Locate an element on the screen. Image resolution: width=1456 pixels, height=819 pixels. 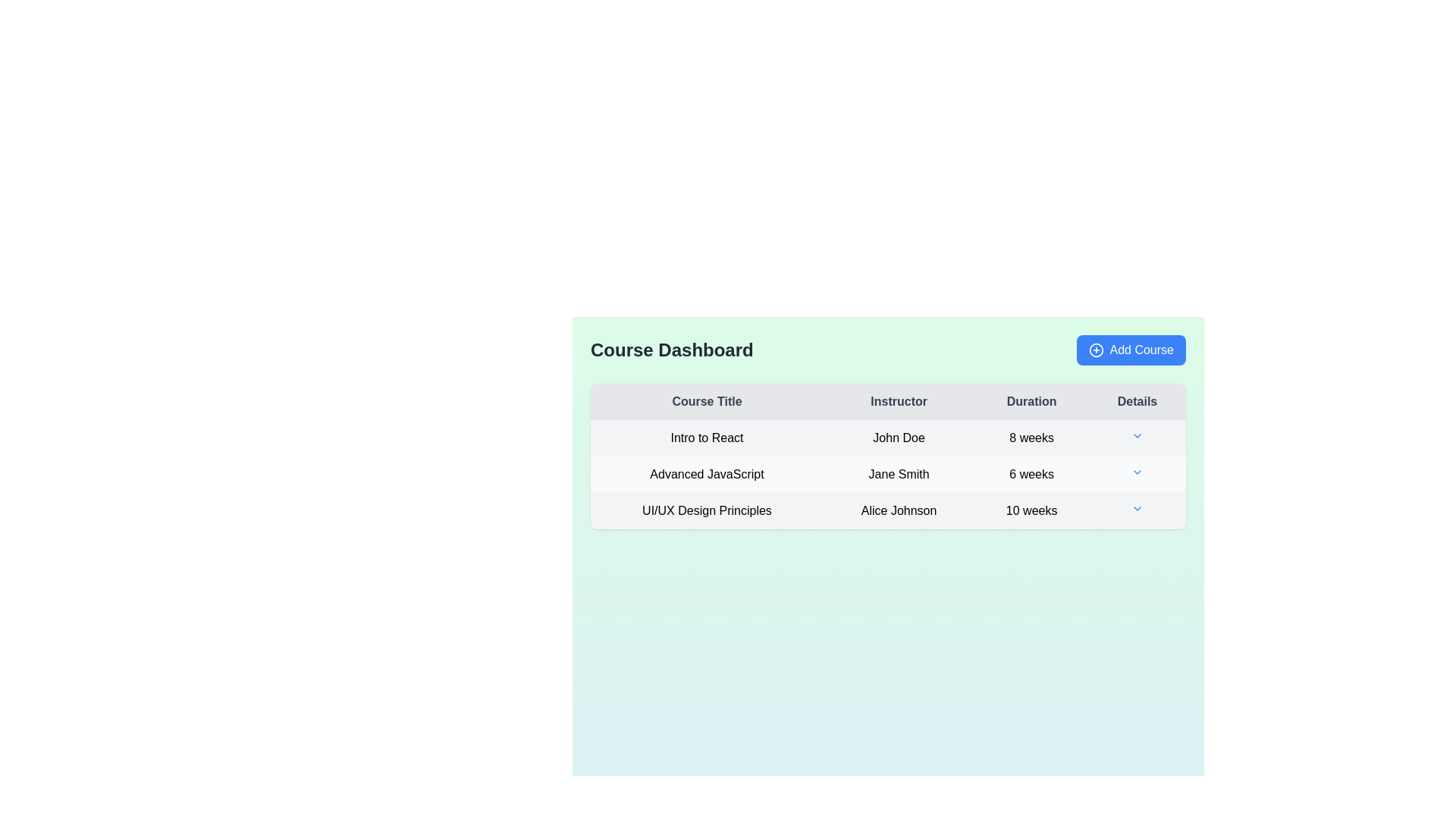
the Table Header Row that labels the columns of the course information table, located at the top of the table layout is located at coordinates (888, 400).